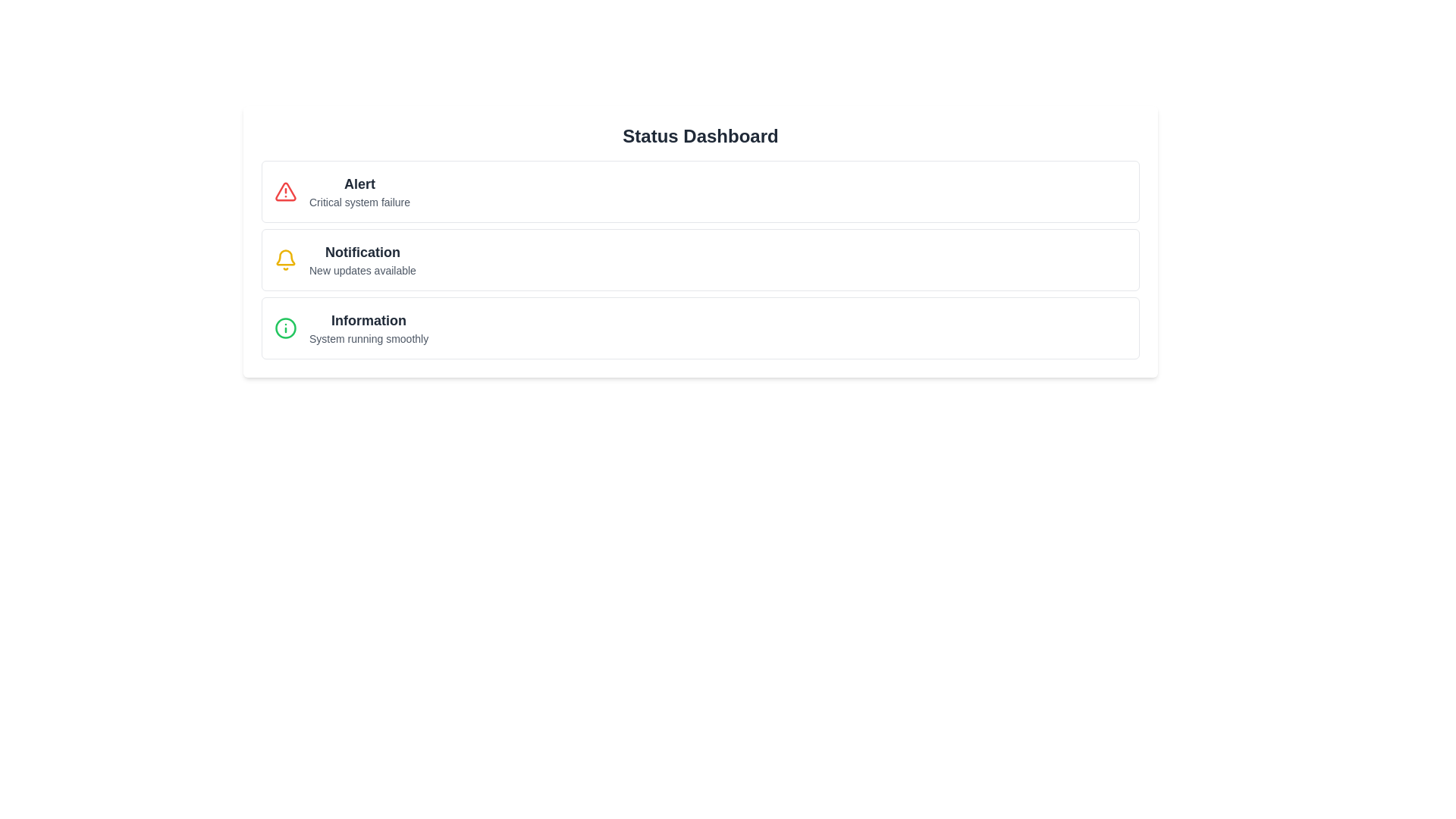  Describe the element at coordinates (286, 256) in the screenshot. I see `the yellow bell icon in the notification section, which is located to the left of the 'Notification' text` at that location.